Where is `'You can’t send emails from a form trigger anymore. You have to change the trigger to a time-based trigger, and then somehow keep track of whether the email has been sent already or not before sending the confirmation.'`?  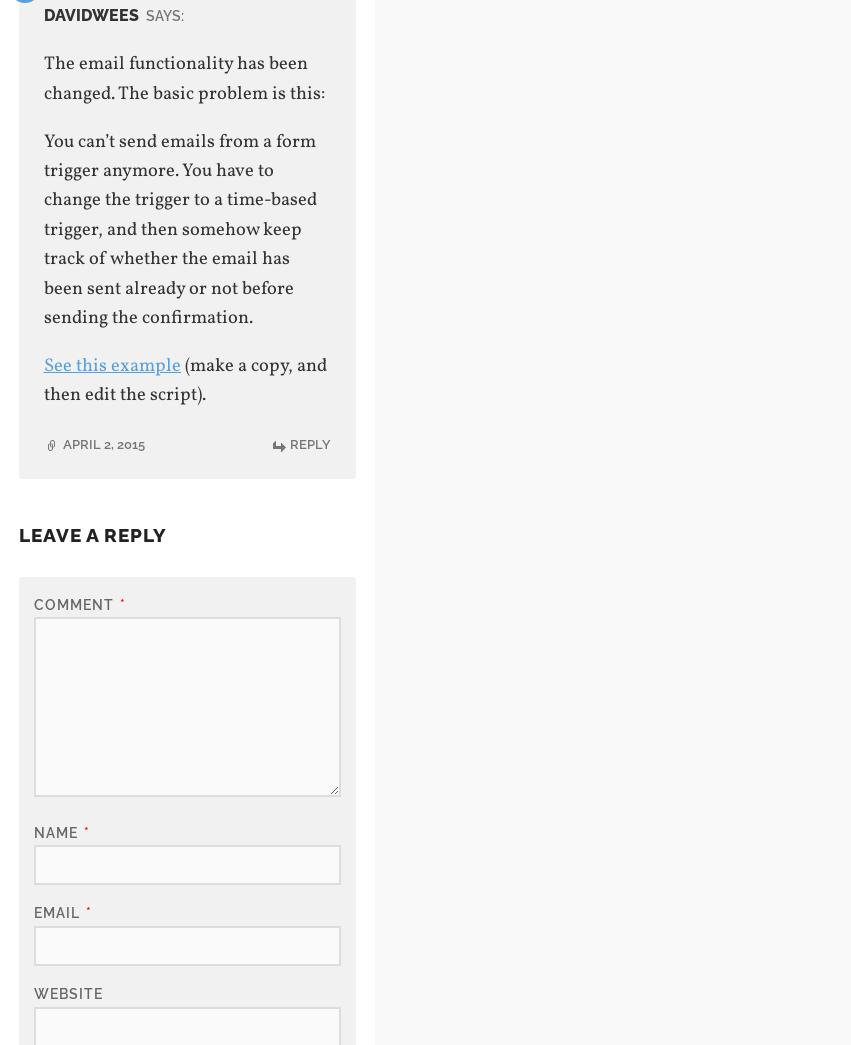
'You can’t send emails from a form trigger anymore. You have to change the trigger to a time-based trigger, and then somehow keep track of whether the email has been sent already or not before sending the confirmation.' is located at coordinates (42, 229).